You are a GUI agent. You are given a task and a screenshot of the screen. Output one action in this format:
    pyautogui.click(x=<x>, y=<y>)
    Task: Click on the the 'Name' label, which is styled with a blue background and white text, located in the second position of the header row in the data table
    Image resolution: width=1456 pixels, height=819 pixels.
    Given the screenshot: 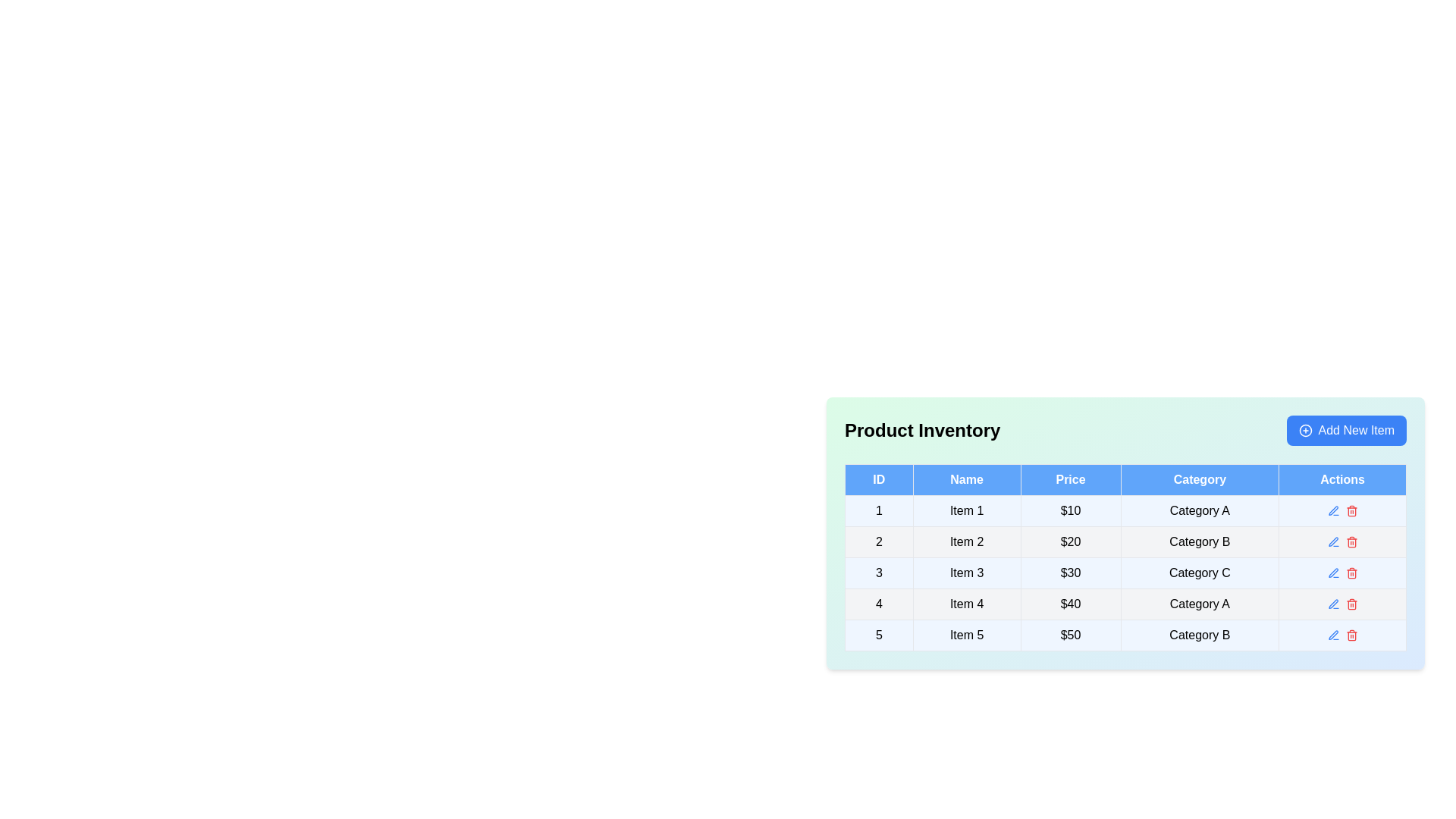 What is the action you would take?
    pyautogui.click(x=966, y=479)
    